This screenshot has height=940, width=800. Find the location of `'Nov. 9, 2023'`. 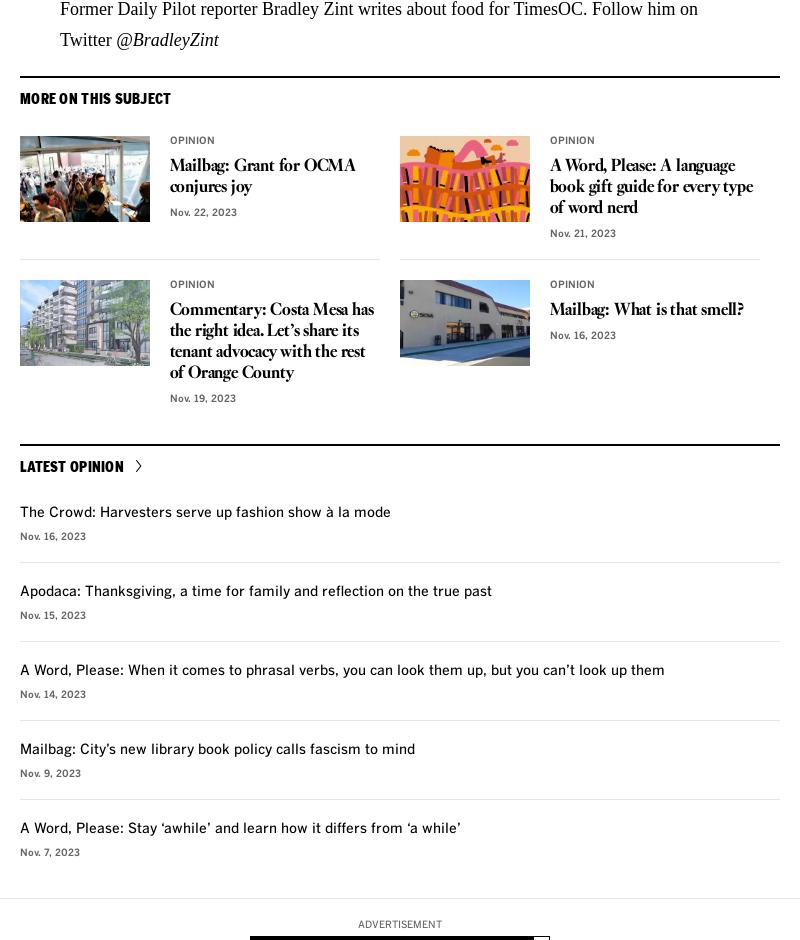

'Nov. 9, 2023' is located at coordinates (49, 771).